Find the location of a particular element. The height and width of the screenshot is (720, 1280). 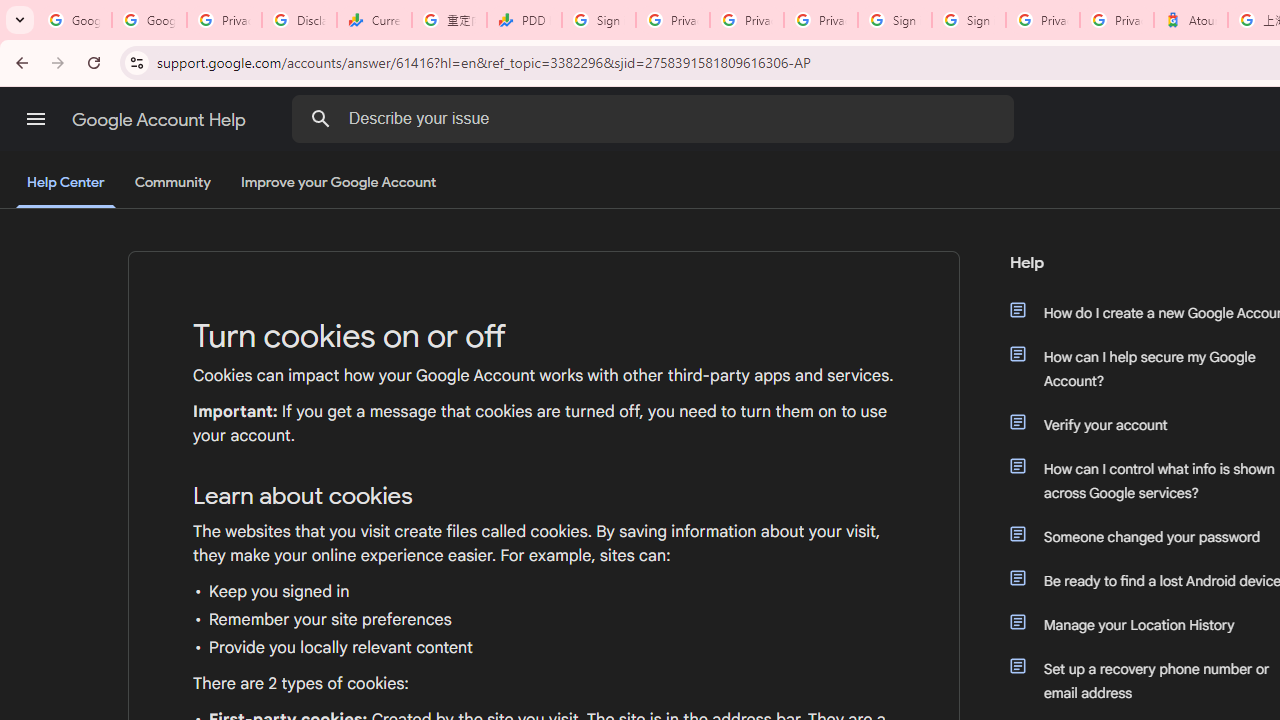

'Community' is located at coordinates (172, 183).